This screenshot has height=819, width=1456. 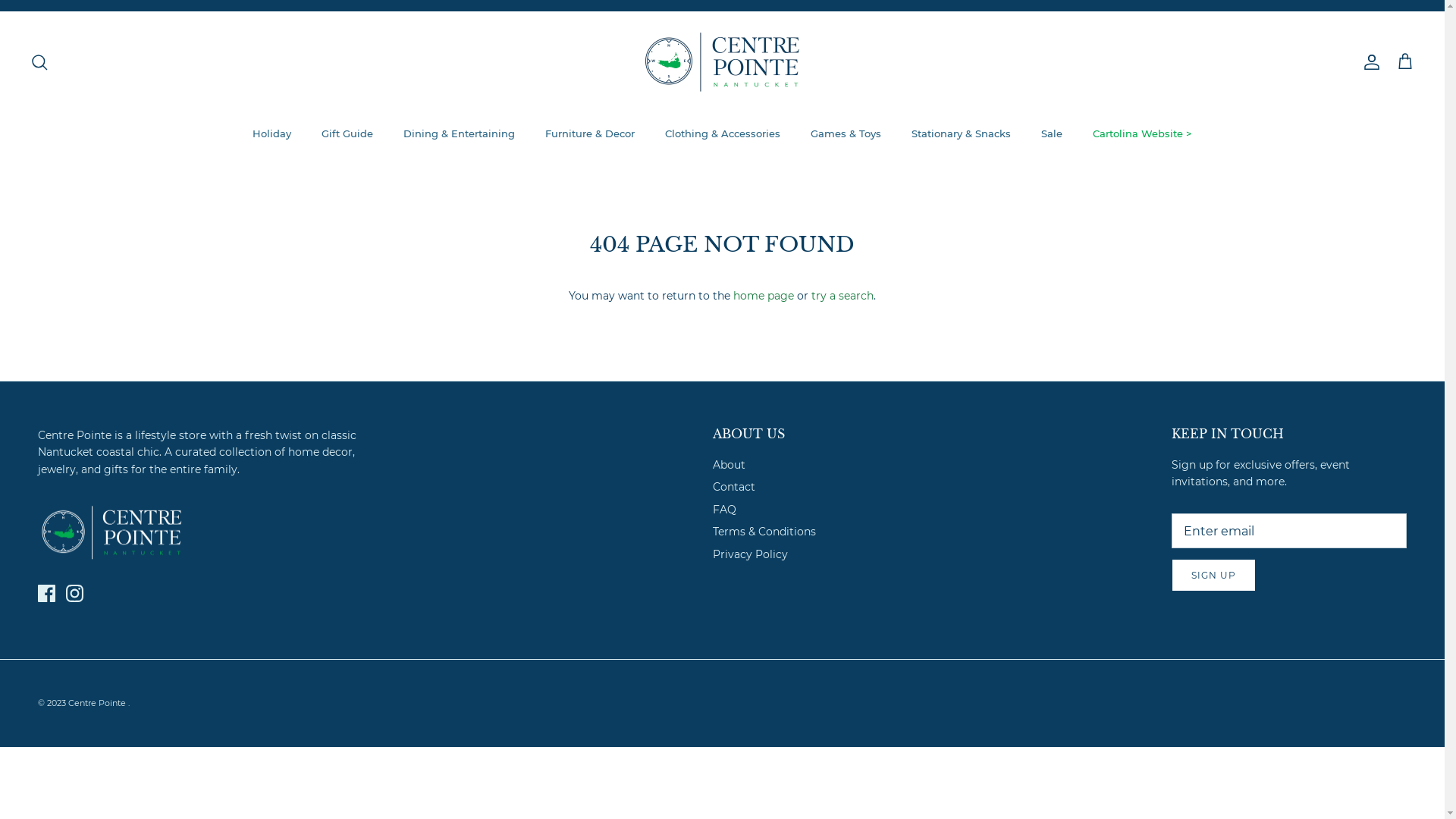 I want to click on 'Holiday', so click(x=271, y=133).